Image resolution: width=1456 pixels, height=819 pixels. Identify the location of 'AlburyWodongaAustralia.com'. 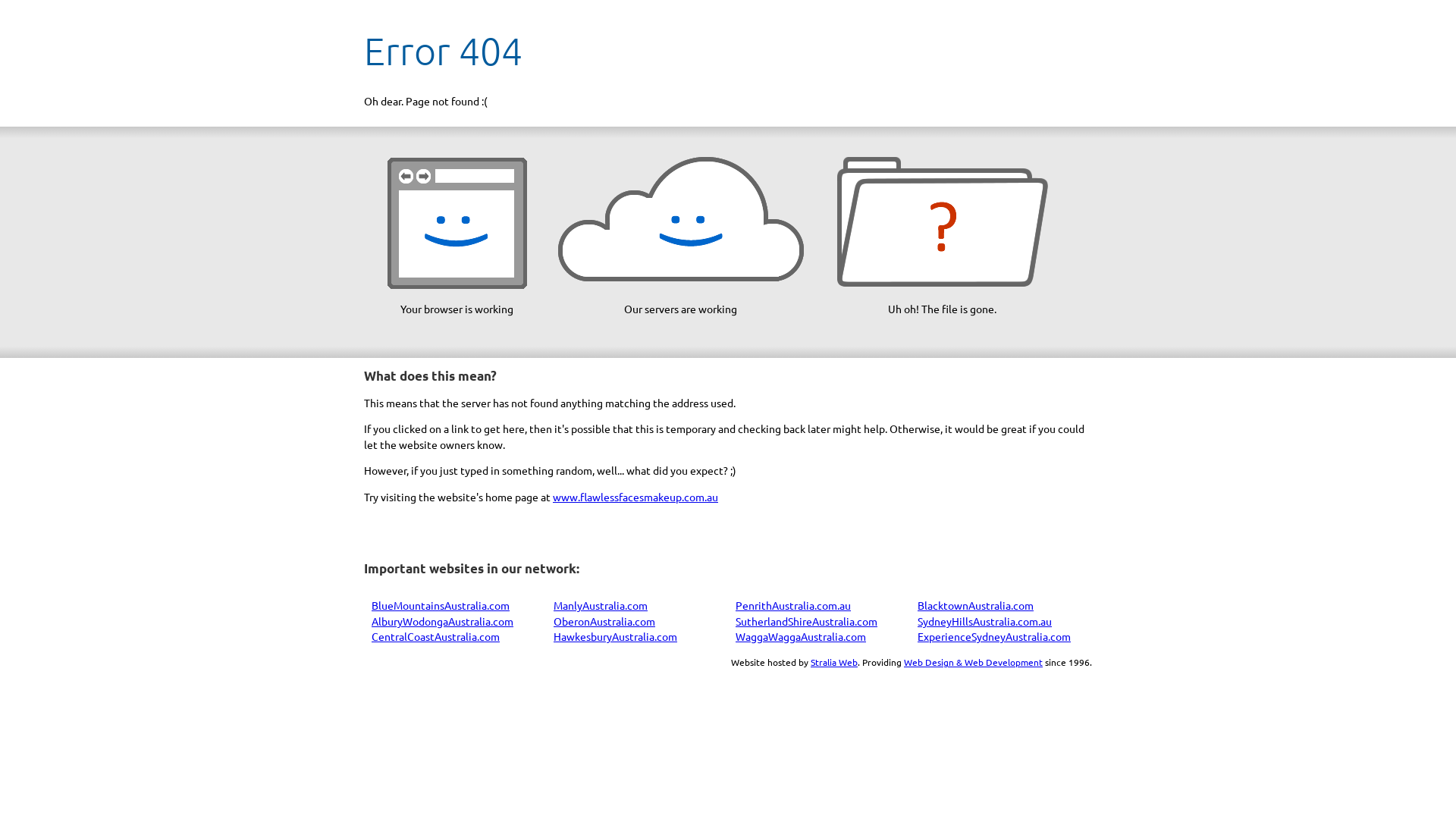
(441, 620).